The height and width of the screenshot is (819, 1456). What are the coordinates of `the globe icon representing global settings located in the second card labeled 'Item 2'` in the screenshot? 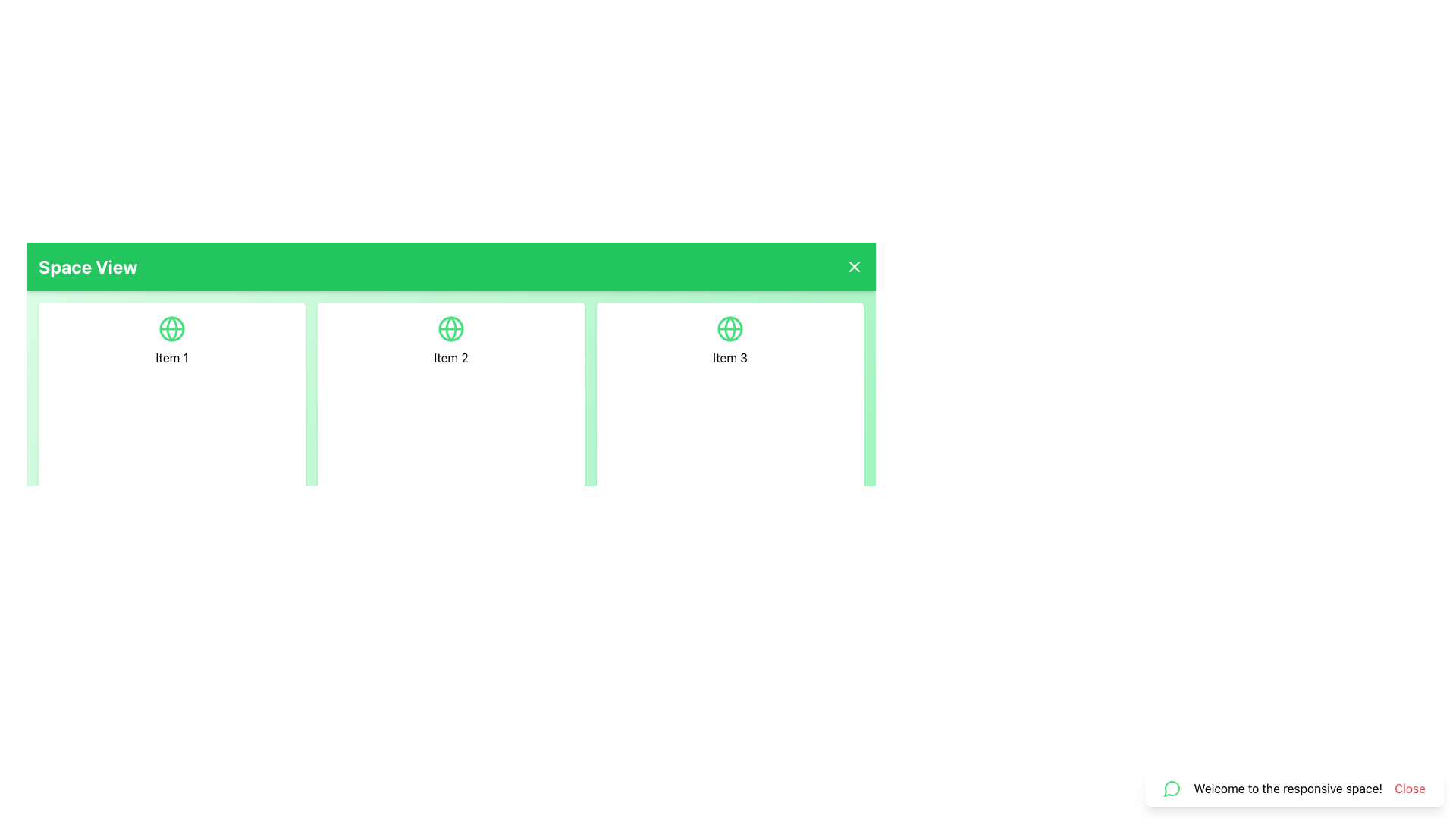 It's located at (450, 328).